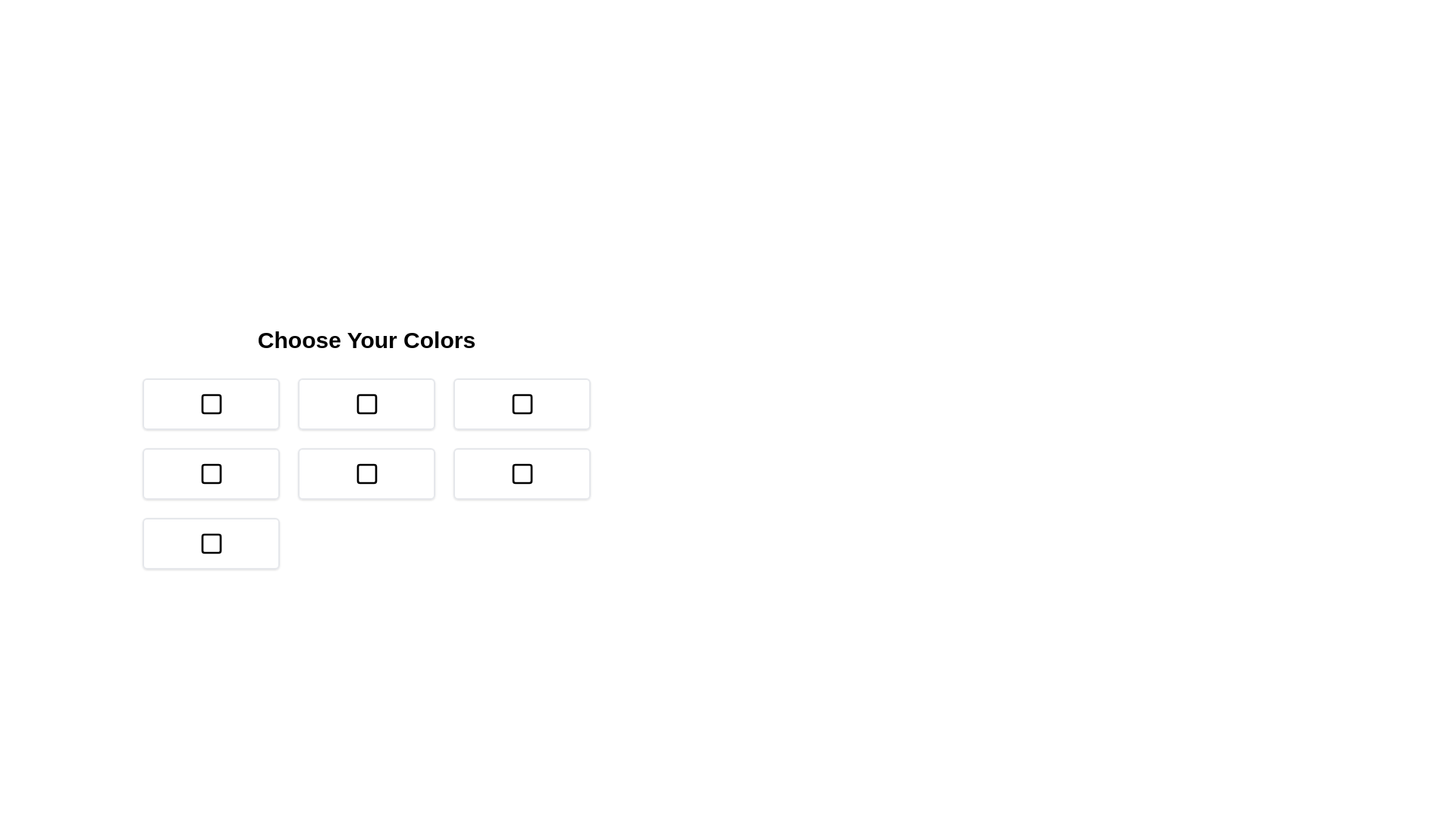  I want to click on the square of color green, so click(522, 403).